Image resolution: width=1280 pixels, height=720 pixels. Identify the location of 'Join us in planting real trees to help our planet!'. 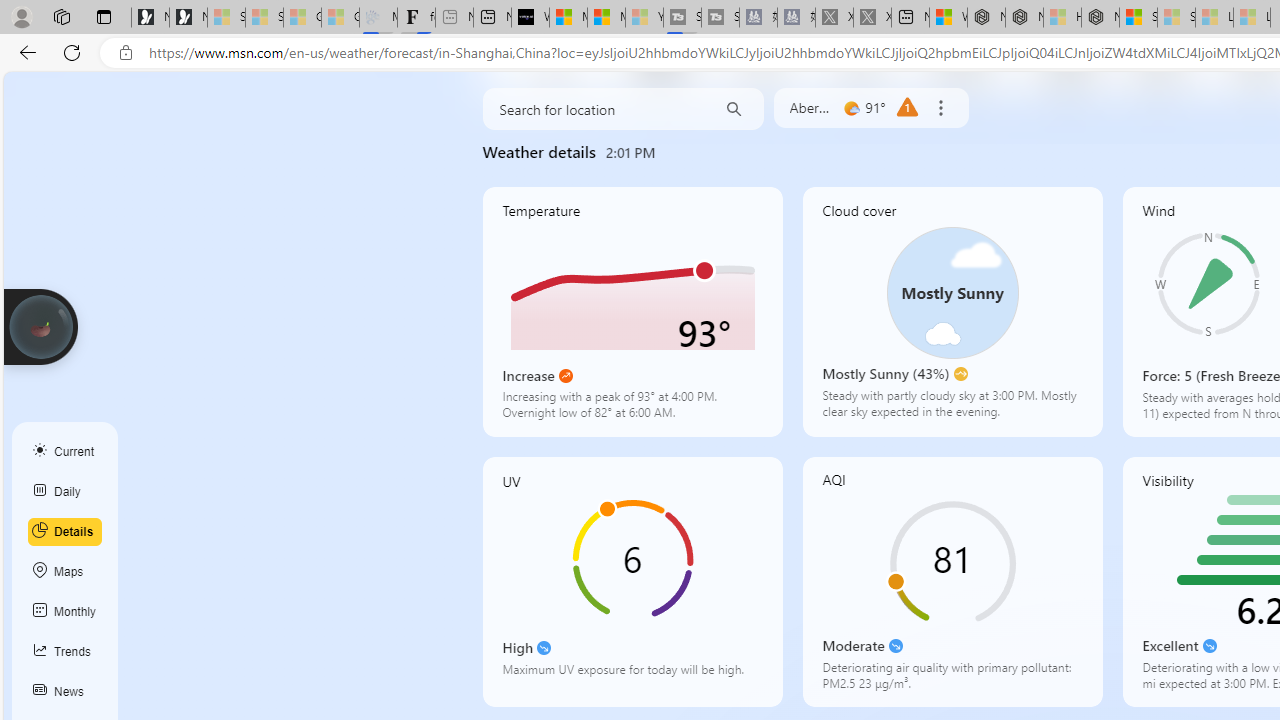
(40, 326).